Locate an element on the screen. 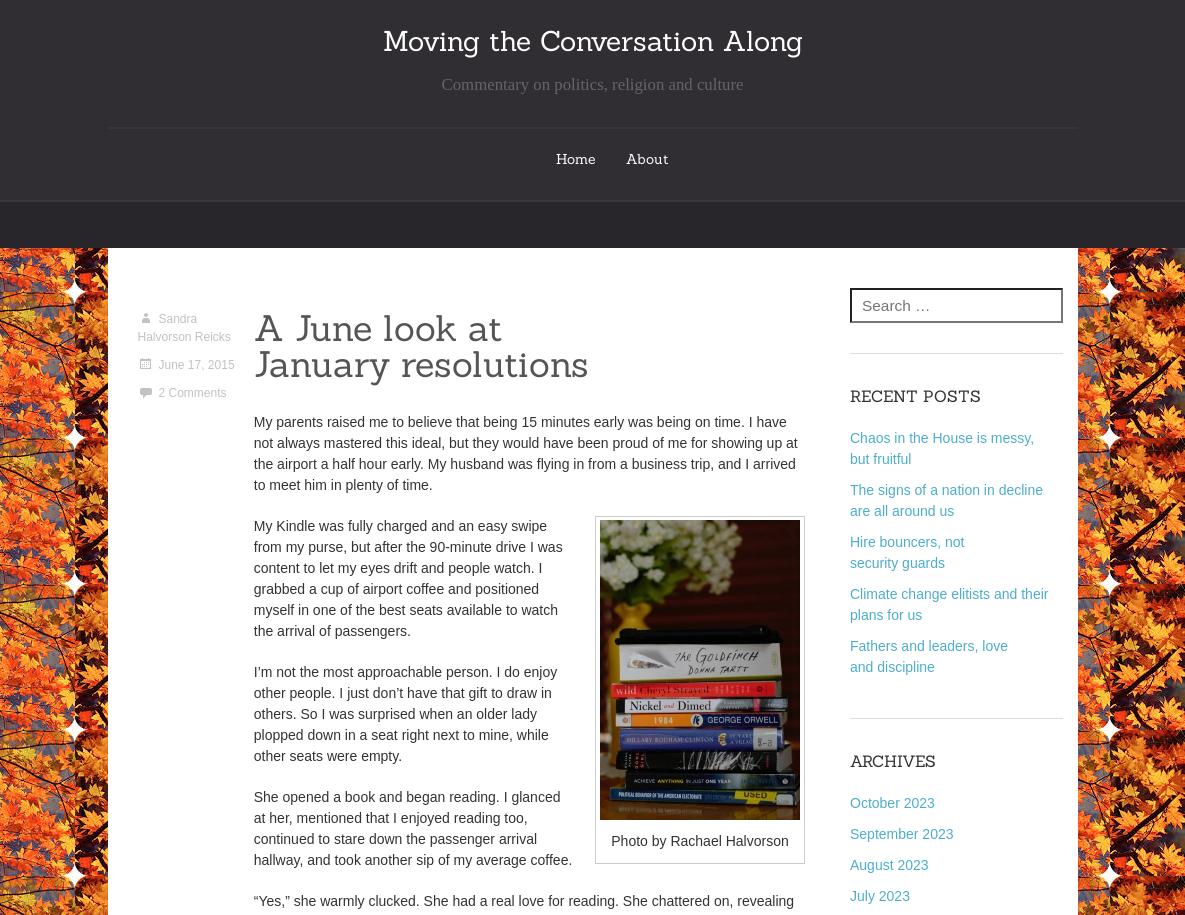  'Photo by Rachael Halvorson' is located at coordinates (698, 839).